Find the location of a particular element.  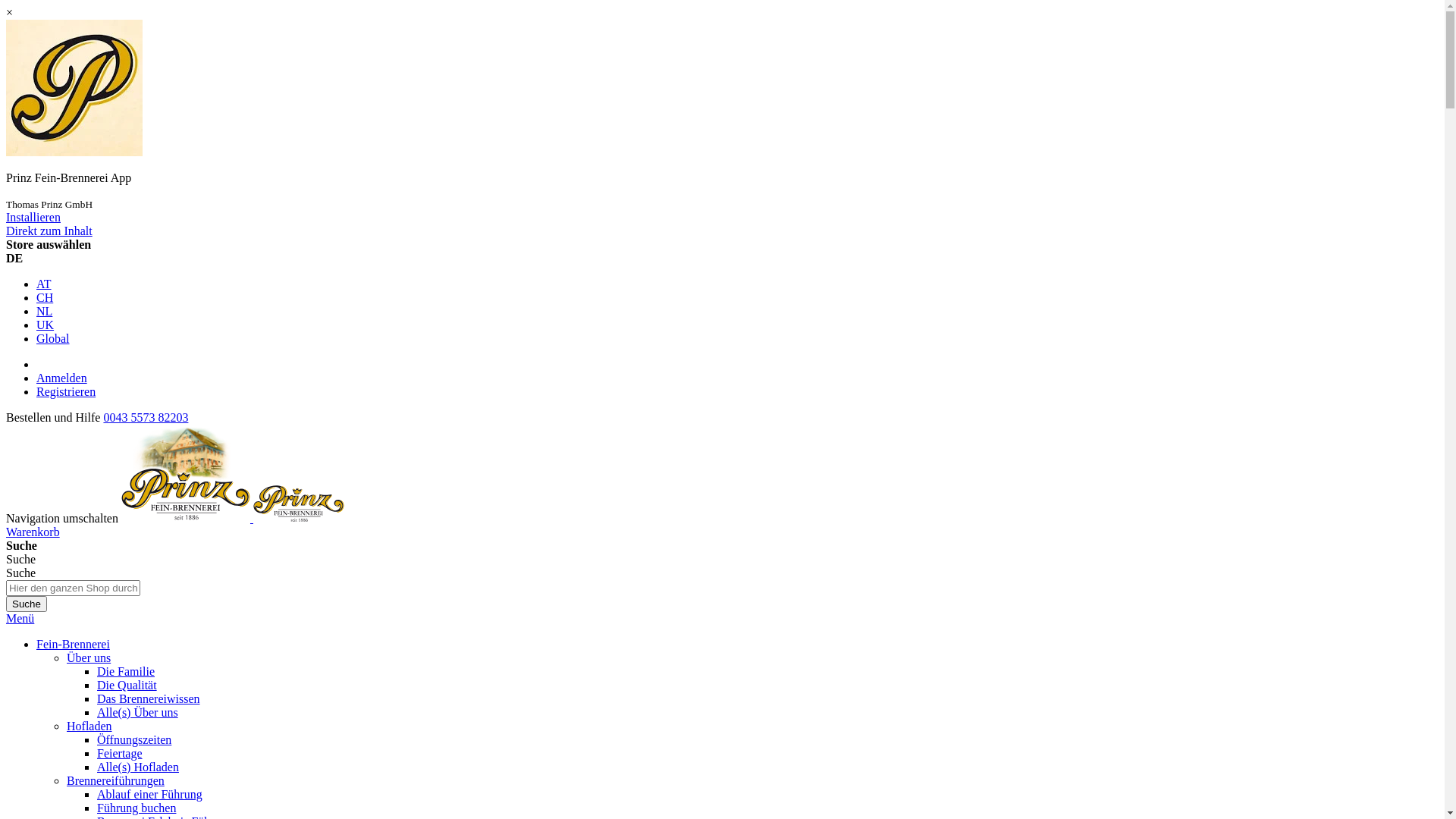

'Anmelden' is located at coordinates (61, 377).